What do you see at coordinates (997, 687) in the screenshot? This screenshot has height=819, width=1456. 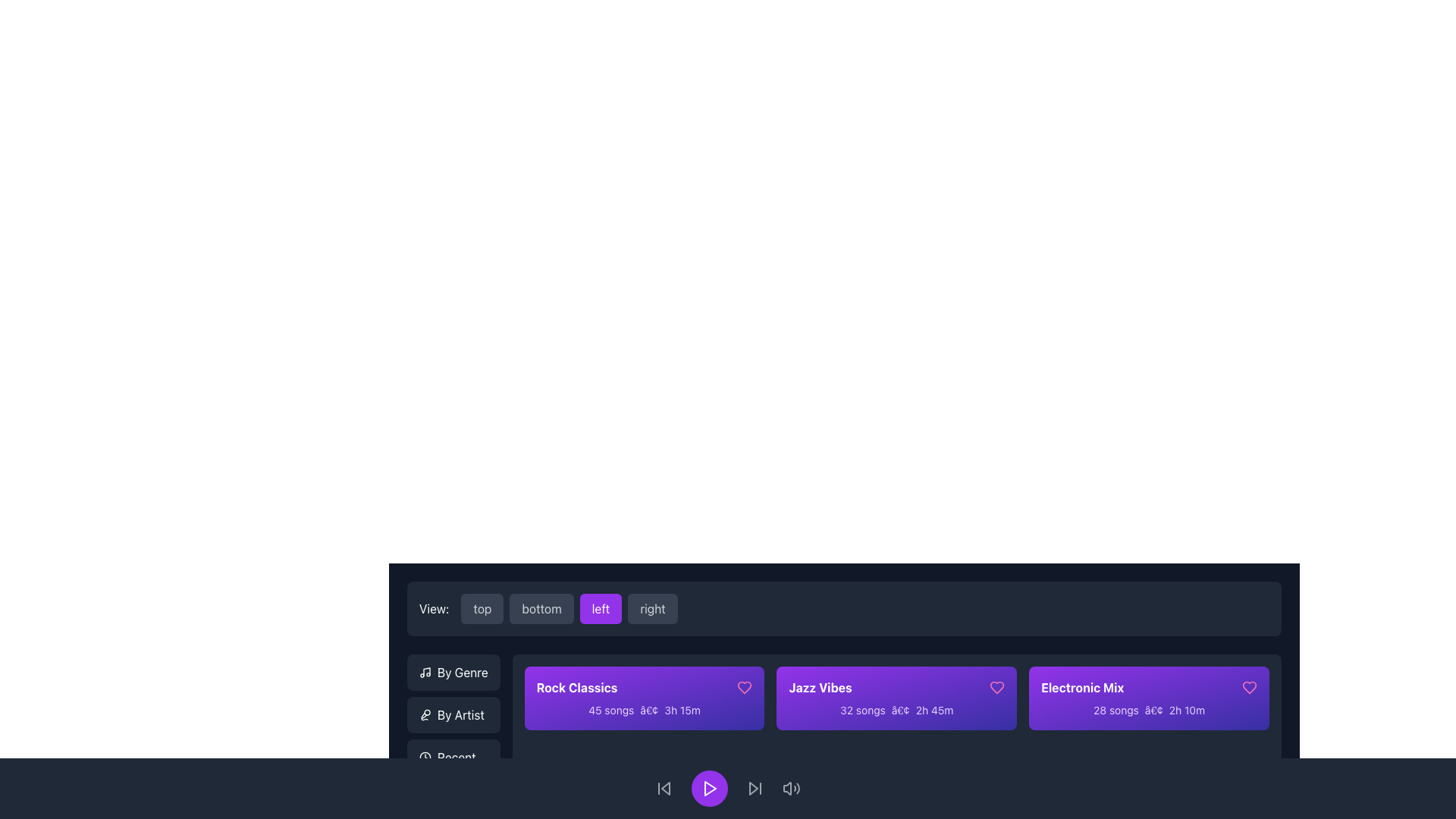 I see `the heart icon with a pink outline located in the top-right corner of the 'Jazz Vibes' card` at bounding box center [997, 687].